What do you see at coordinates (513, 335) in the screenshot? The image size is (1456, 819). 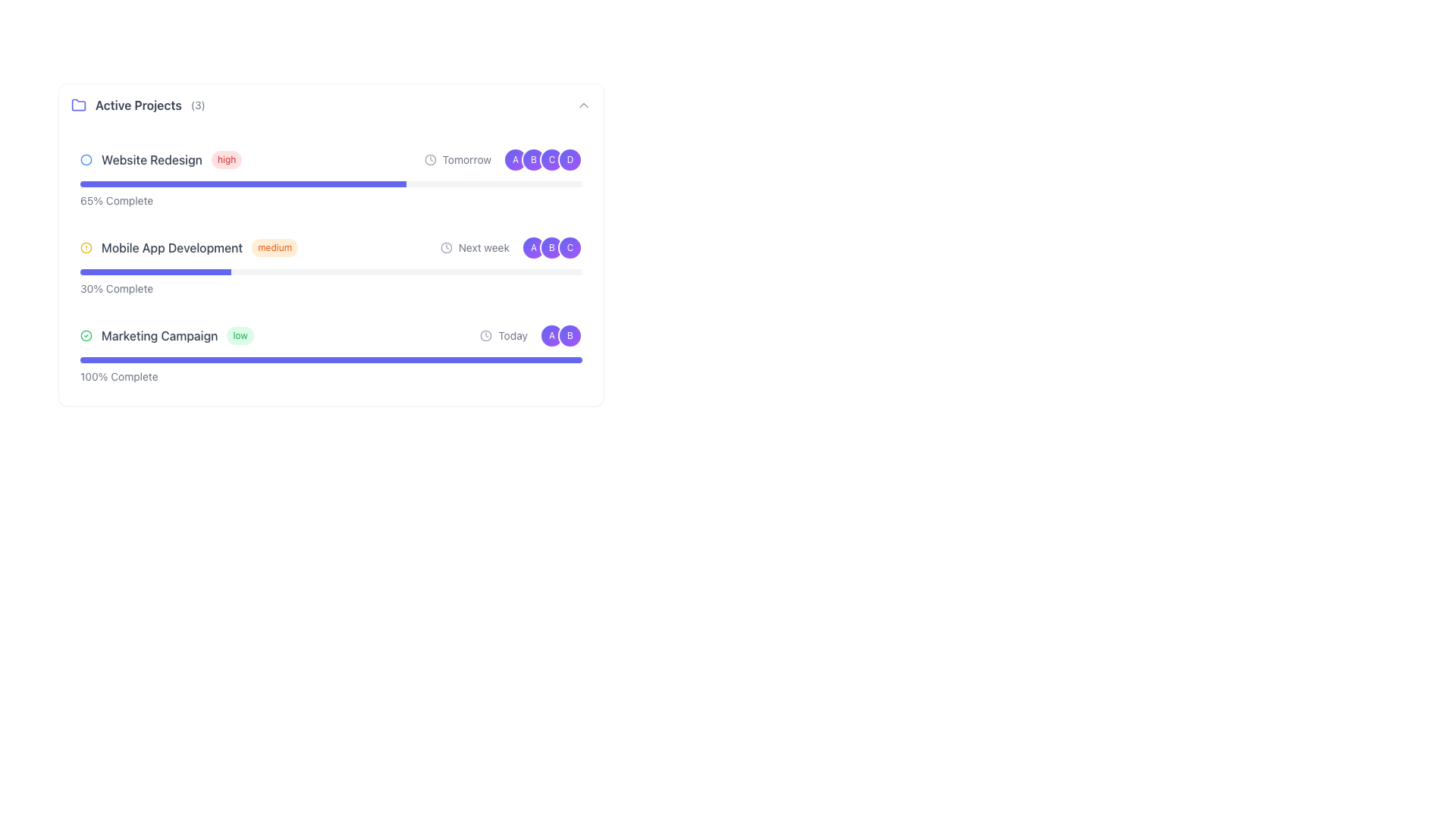 I see `the static text displaying 'Today', which is styled with the class 'text-sm text-gray-500' and is part of the project status for 'Marketing Campaign'` at bounding box center [513, 335].